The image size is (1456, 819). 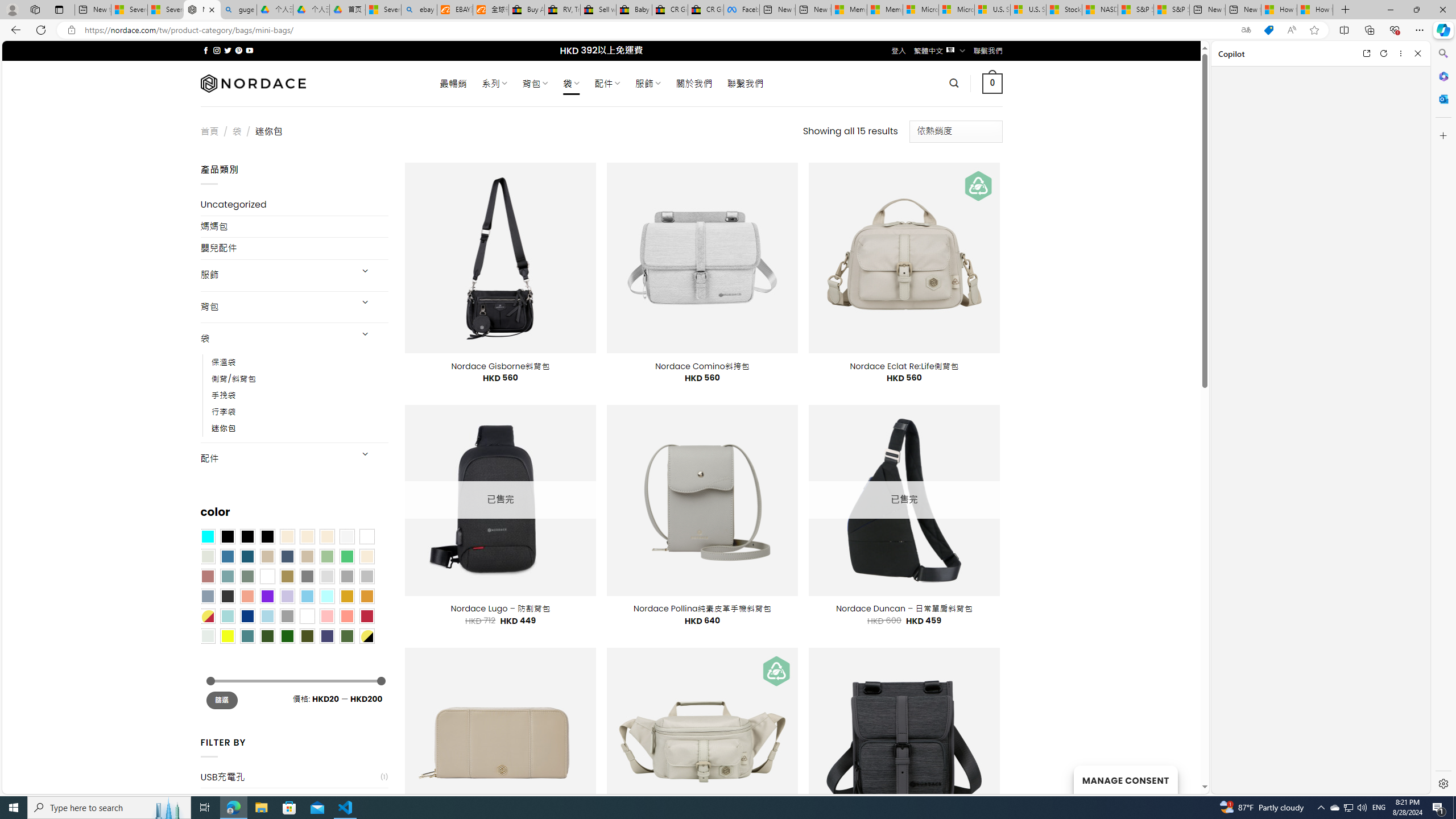 What do you see at coordinates (1366, 53) in the screenshot?
I see `'Open link in new tab'` at bounding box center [1366, 53].